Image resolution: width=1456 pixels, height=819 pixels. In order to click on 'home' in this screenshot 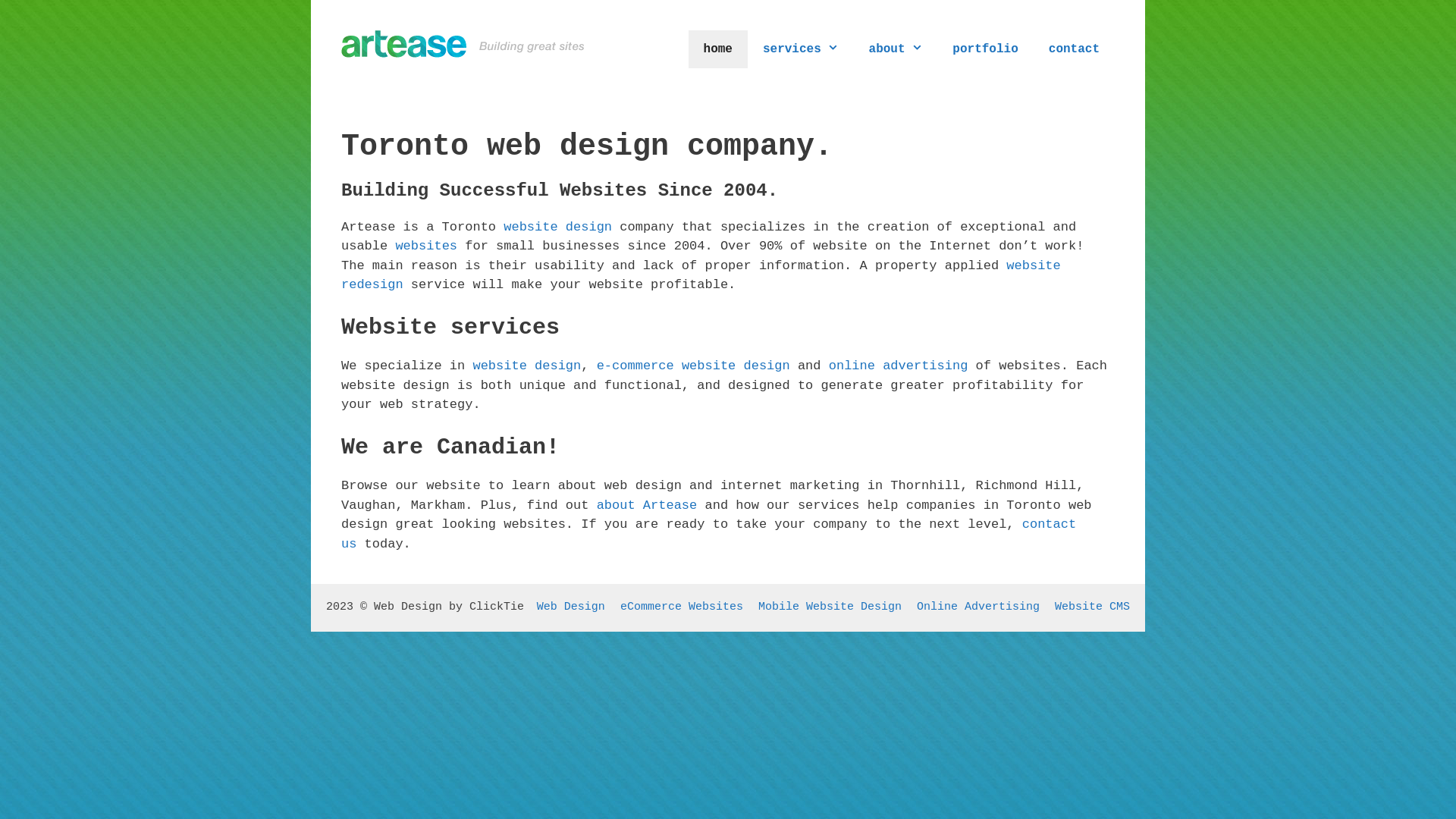, I will do `click(687, 49)`.